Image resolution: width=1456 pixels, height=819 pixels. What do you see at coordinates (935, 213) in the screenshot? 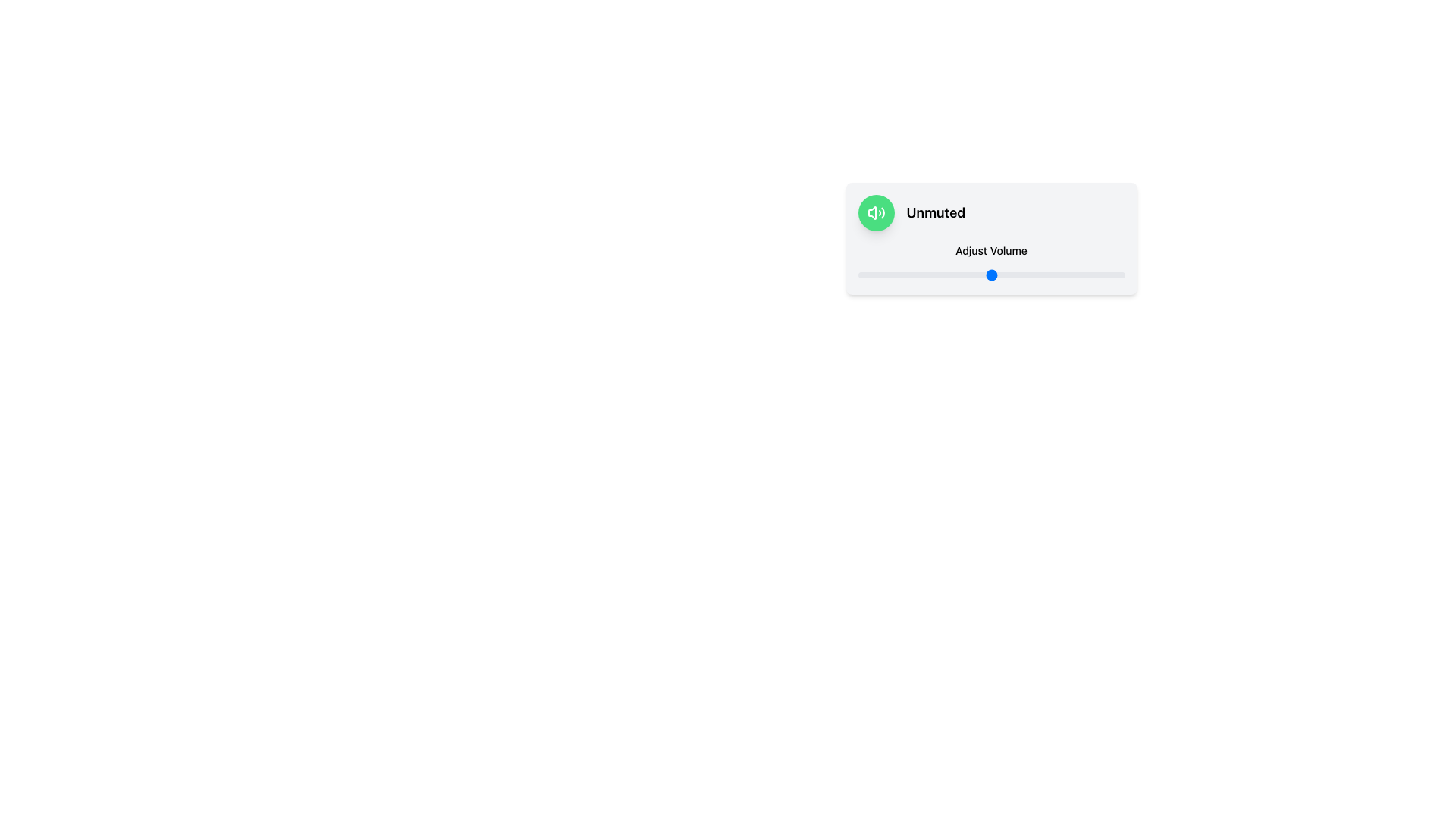
I see `the 'Unmuted' text label element` at bounding box center [935, 213].